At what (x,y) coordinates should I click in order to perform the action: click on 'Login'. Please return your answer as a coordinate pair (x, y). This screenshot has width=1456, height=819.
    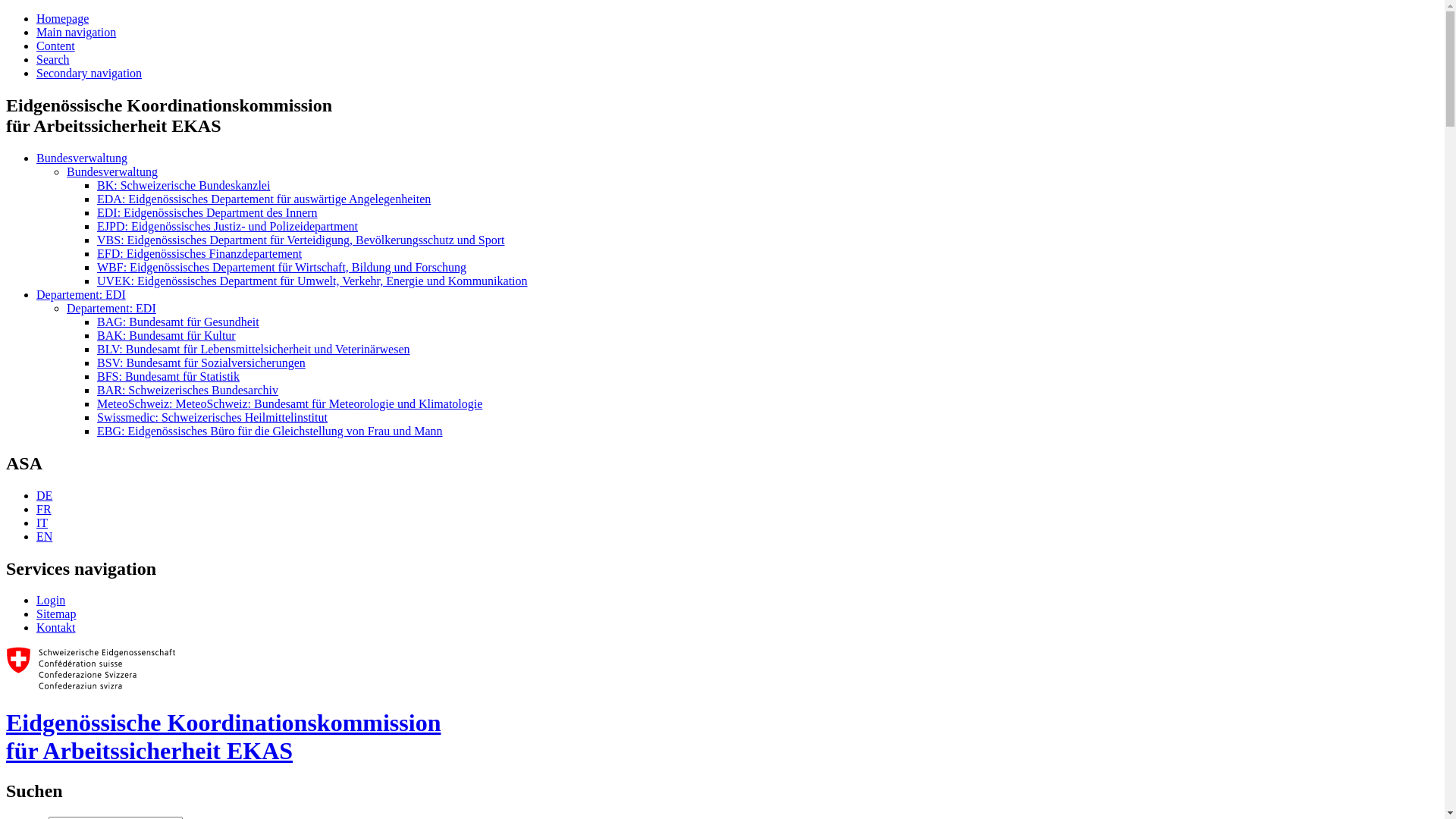
    Looking at the image, I should click on (36, 599).